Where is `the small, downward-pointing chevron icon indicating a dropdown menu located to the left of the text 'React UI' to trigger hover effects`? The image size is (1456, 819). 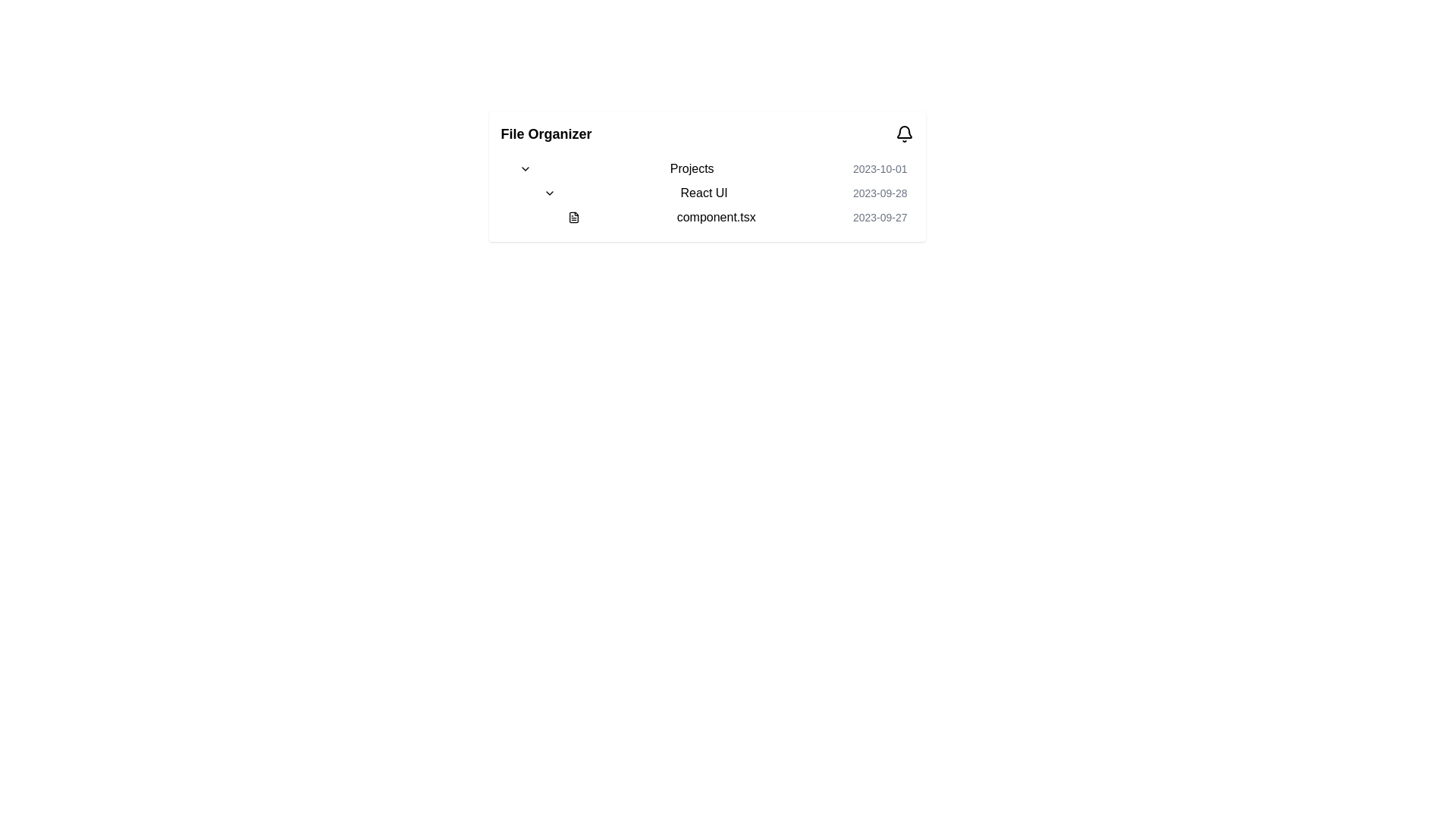 the small, downward-pointing chevron icon indicating a dropdown menu located to the left of the text 'React UI' to trigger hover effects is located at coordinates (548, 192).